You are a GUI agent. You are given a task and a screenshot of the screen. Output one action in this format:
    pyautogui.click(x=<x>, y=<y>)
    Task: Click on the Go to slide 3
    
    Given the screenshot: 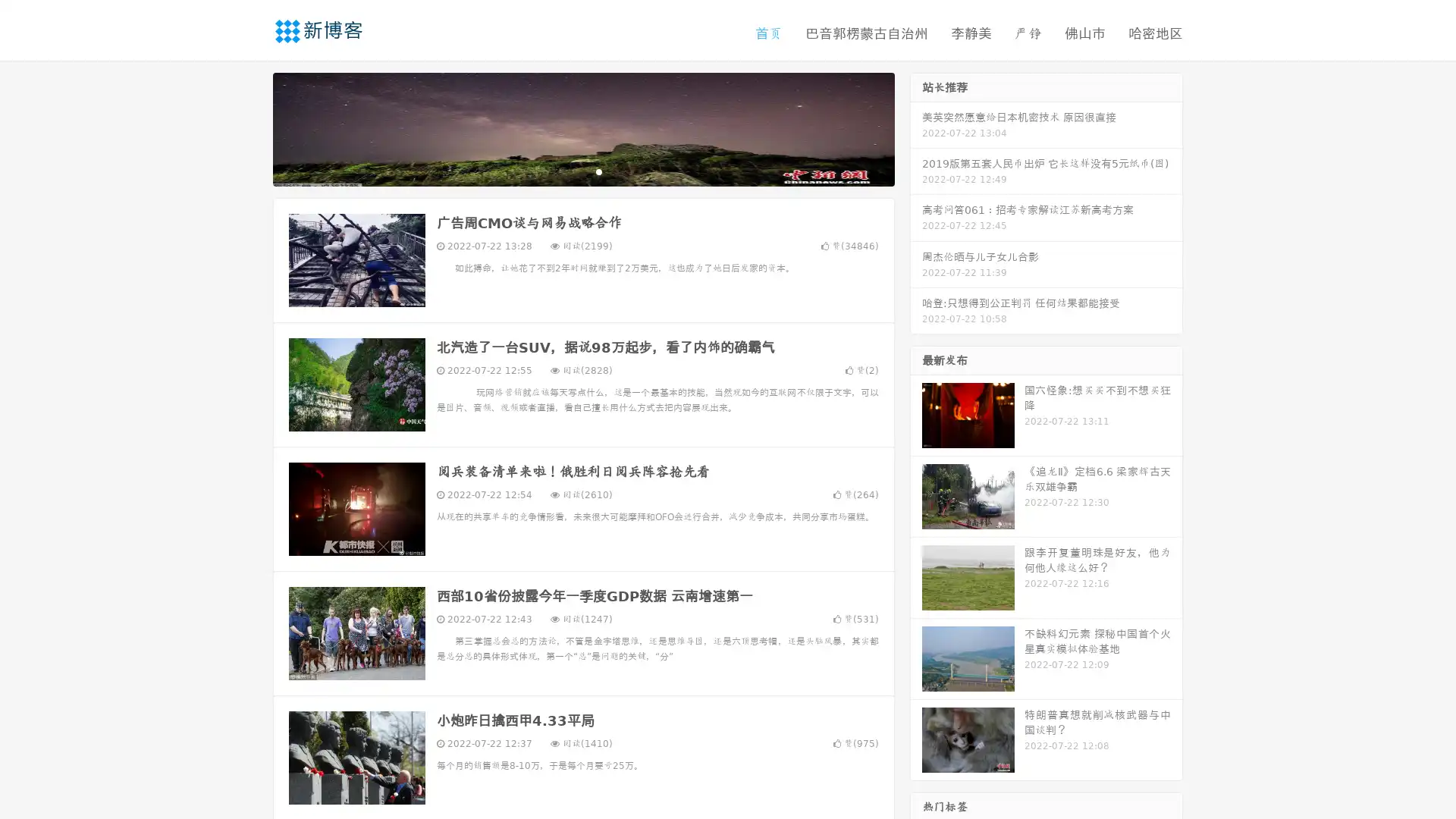 What is the action you would take?
    pyautogui.click(x=598, y=171)
    